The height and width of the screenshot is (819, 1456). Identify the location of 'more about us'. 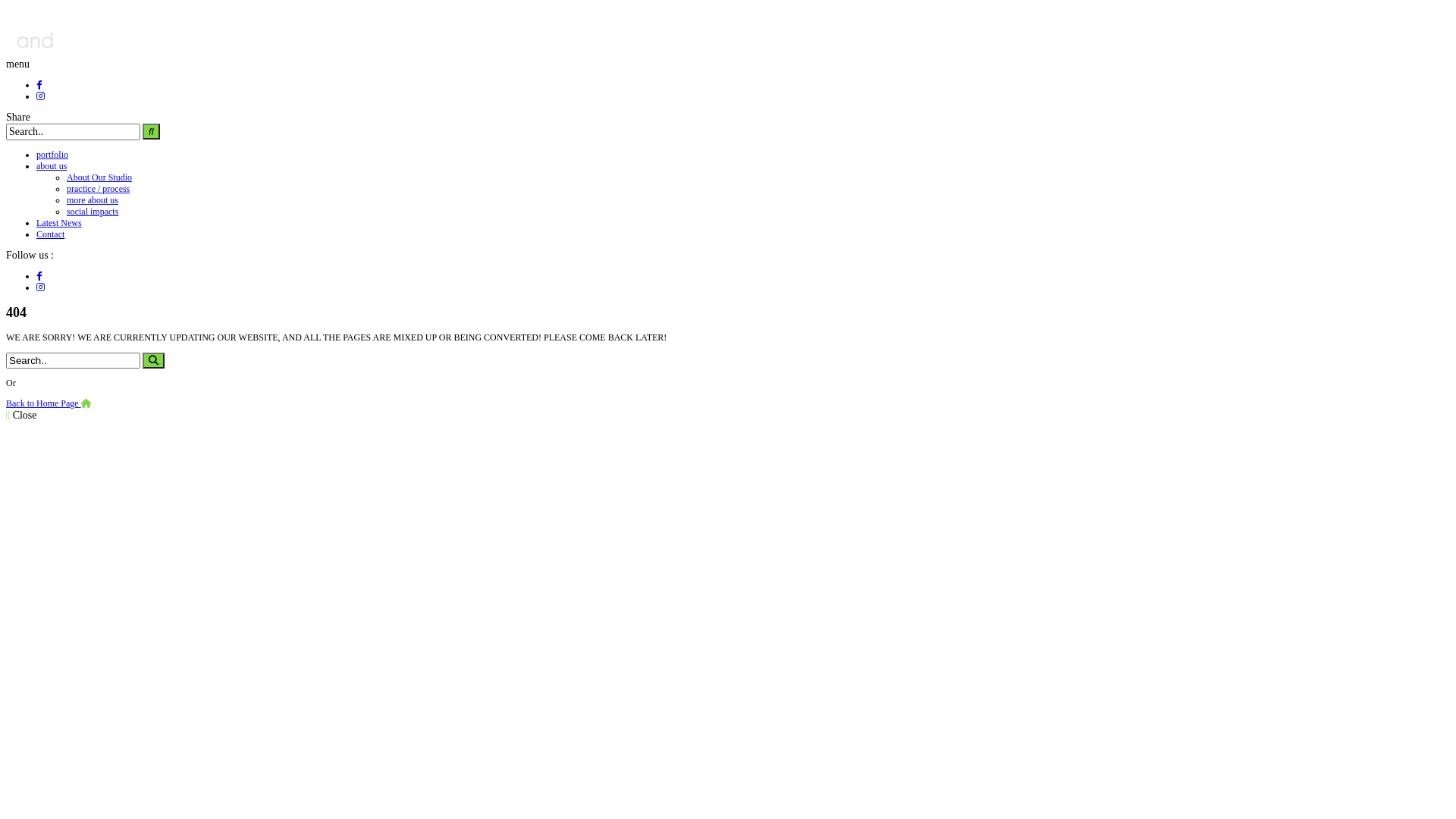
(91, 199).